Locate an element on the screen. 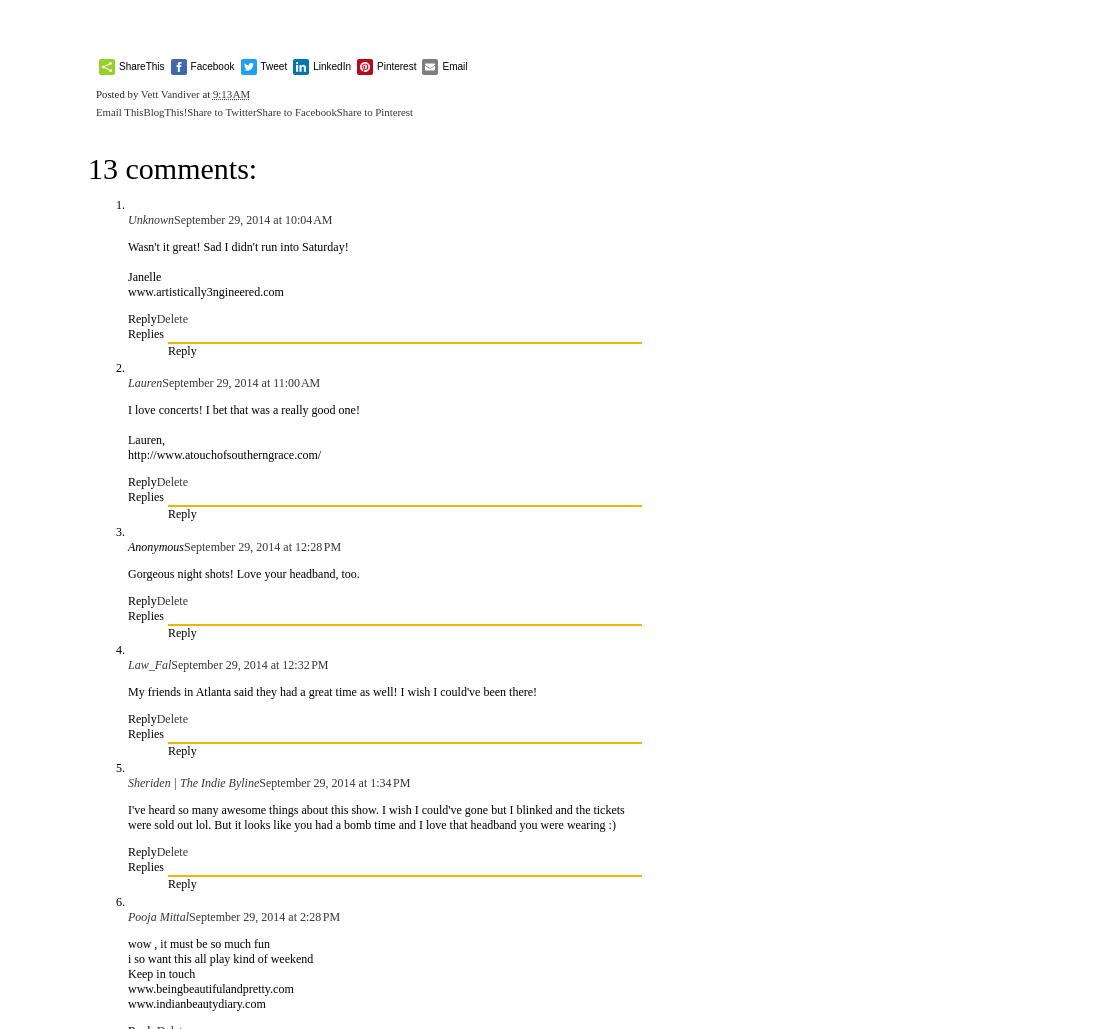 The height and width of the screenshot is (1029, 1098). '9:13 AM' is located at coordinates (230, 93).